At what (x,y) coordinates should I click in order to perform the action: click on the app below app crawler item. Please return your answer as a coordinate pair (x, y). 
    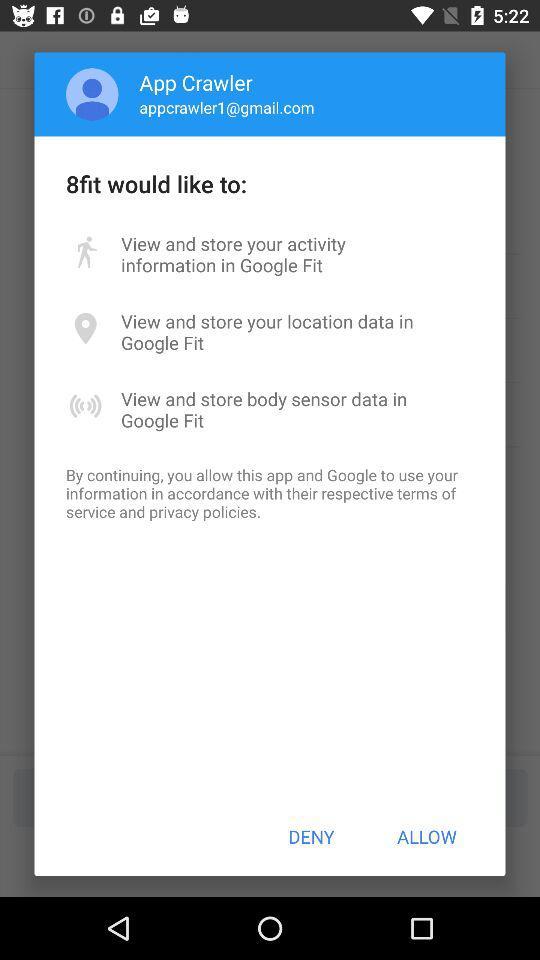
    Looking at the image, I should click on (226, 107).